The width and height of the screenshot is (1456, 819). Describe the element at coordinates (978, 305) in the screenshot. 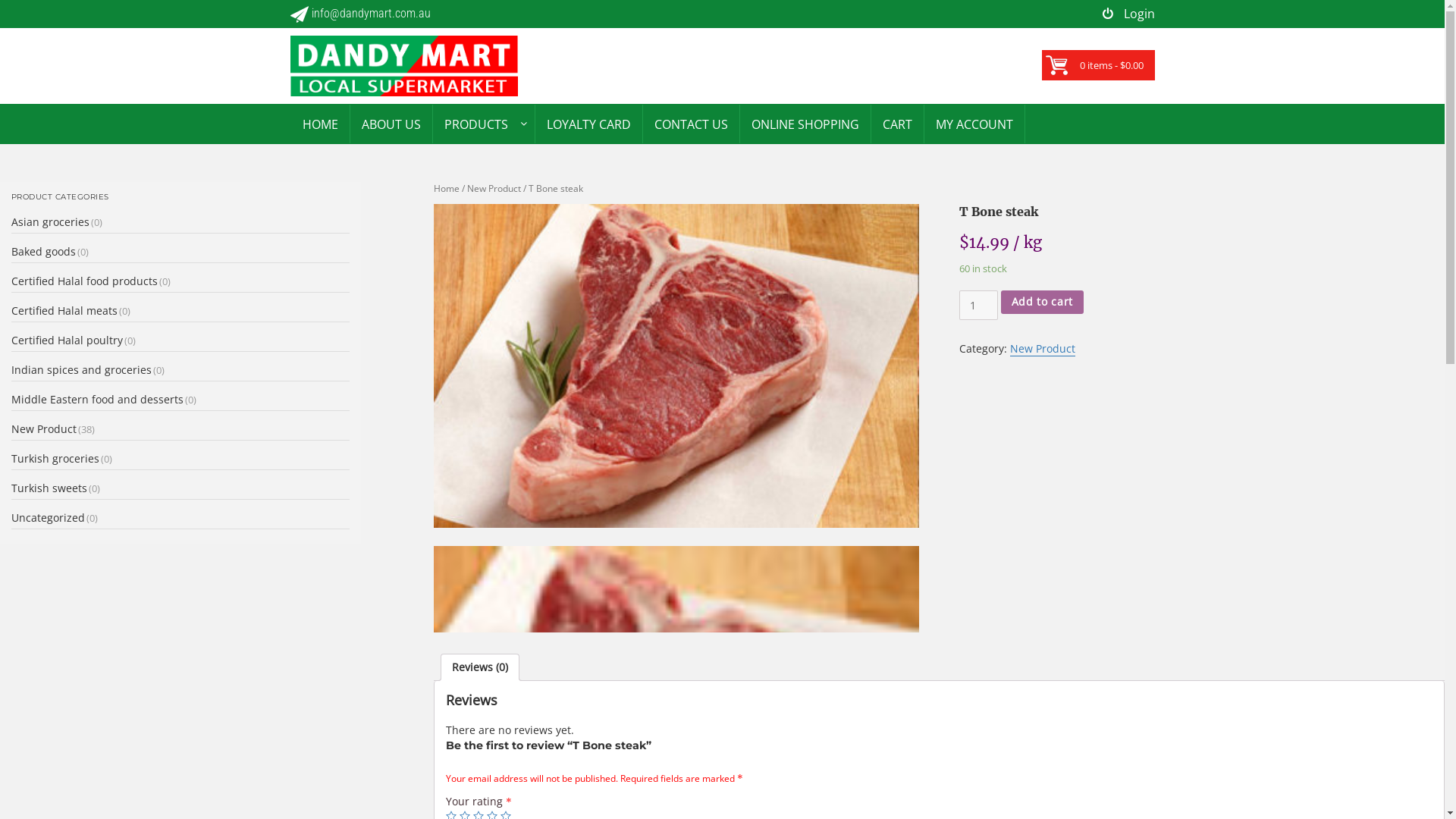

I see `'Qty'` at that location.